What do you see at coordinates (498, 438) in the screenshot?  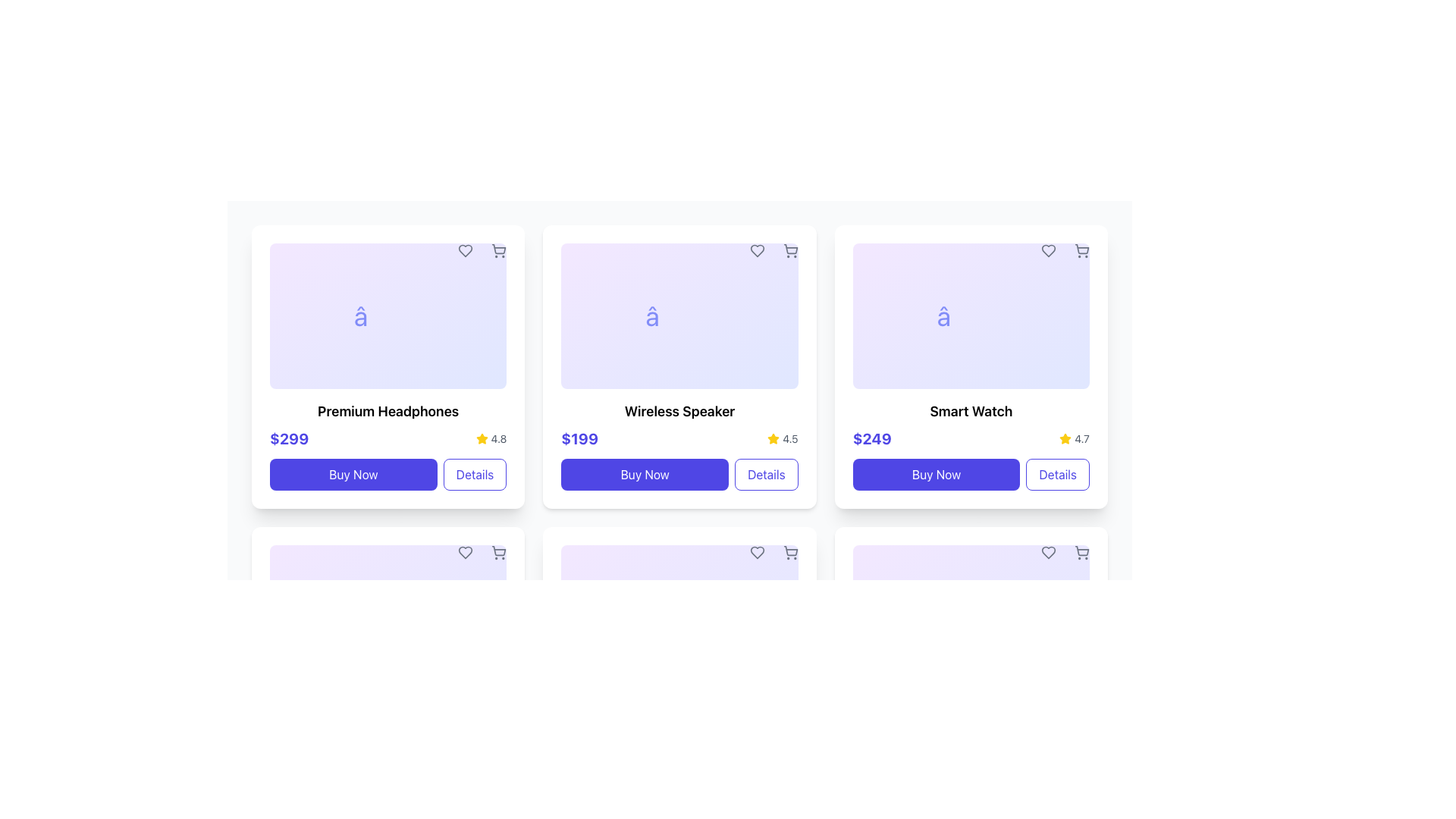 I see `the Text Label that displays the item's rating, positioned in the first card from the left in the first row, to the right of a yellow star icon and below the item's price text` at bounding box center [498, 438].